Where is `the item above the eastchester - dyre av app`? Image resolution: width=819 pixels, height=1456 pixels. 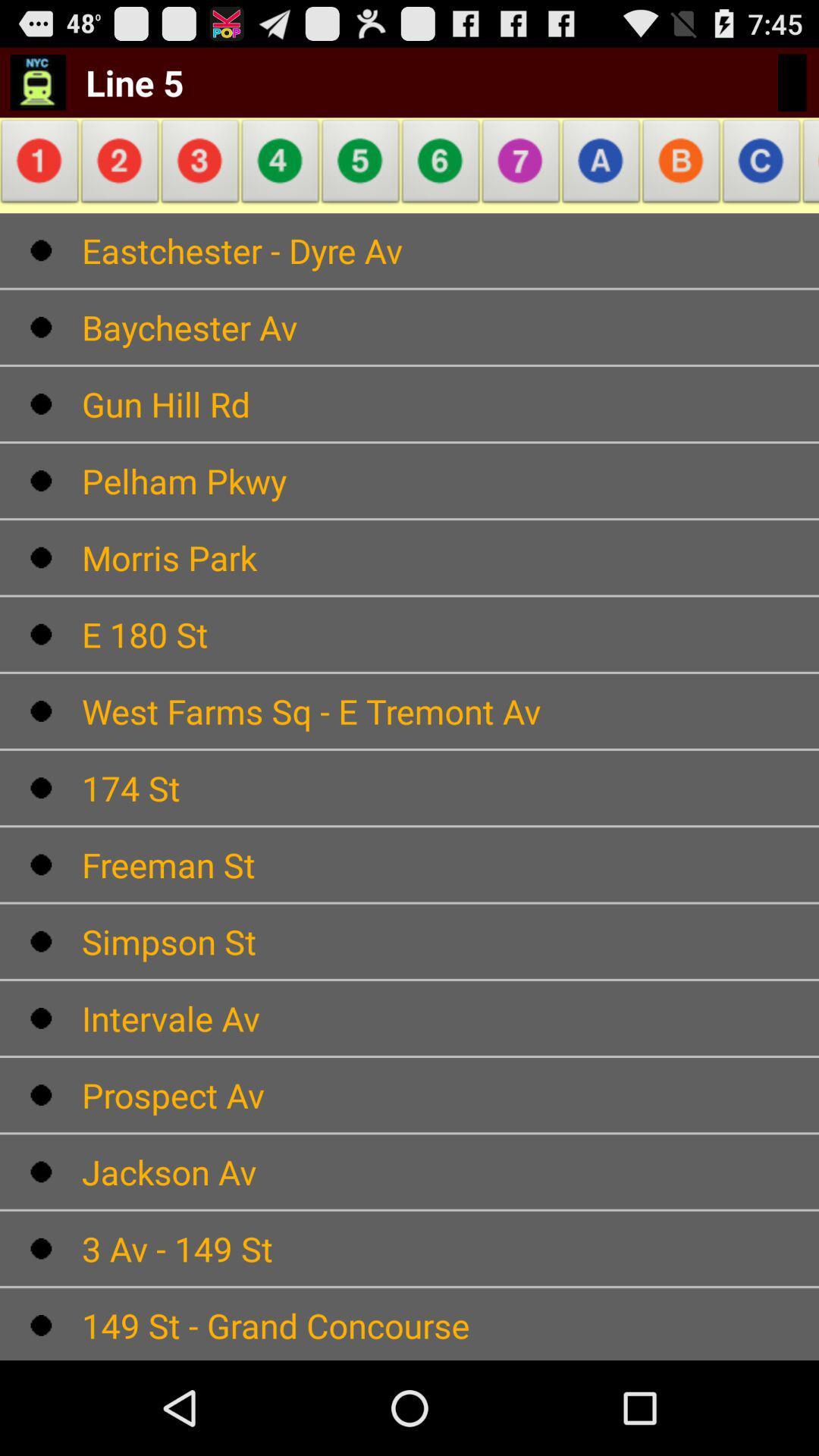
the item above the eastchester - dyre av app is located at coordinates (601, 165).